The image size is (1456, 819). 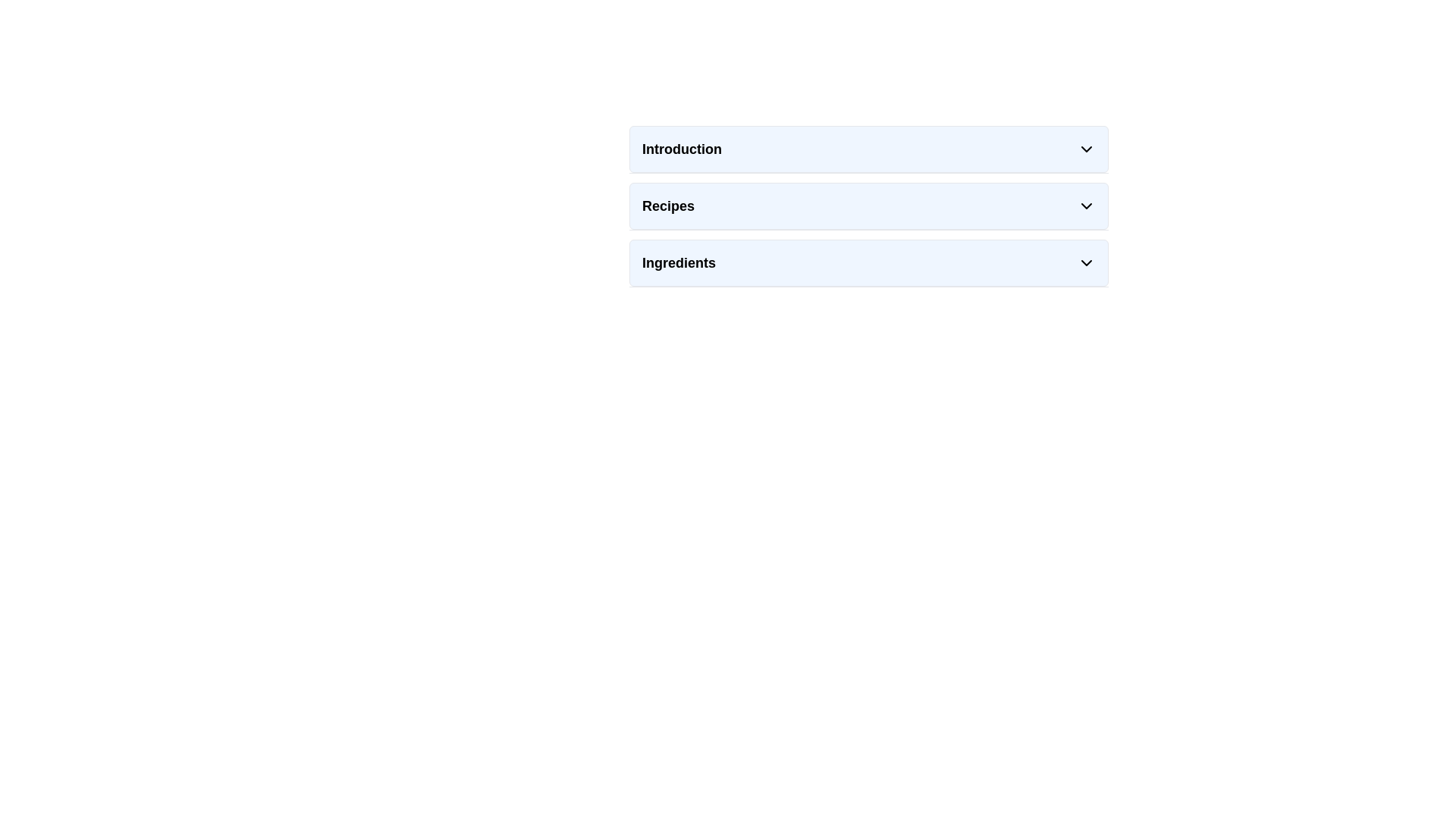 I want to click on the Dropdown indicator icon (chevron) at the far-right edge of the 'Introduction' button, so click(x=1086, y=149).